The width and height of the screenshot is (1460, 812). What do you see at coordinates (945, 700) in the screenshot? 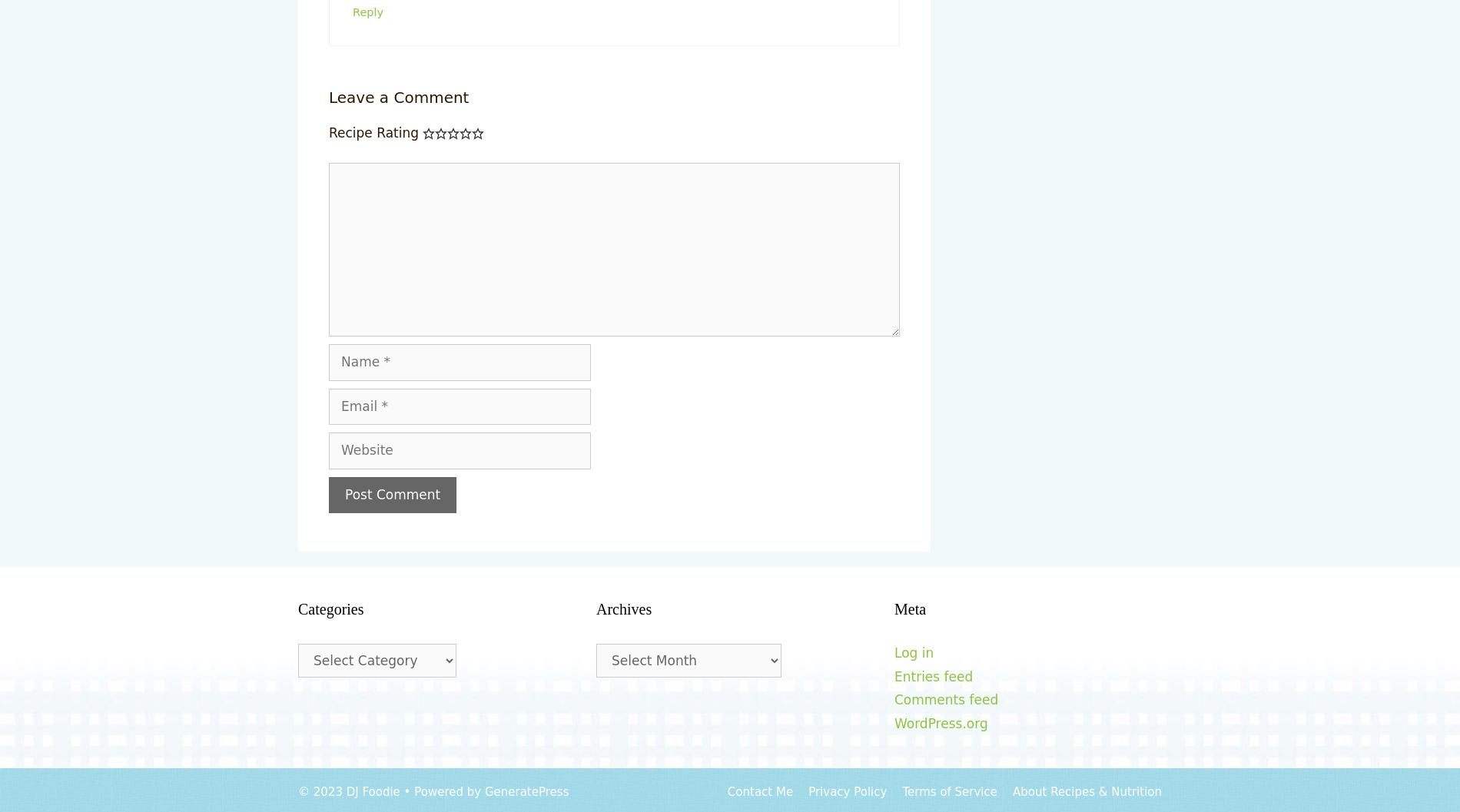
I see `'Comments feed'` at bounding box center [945, 700].